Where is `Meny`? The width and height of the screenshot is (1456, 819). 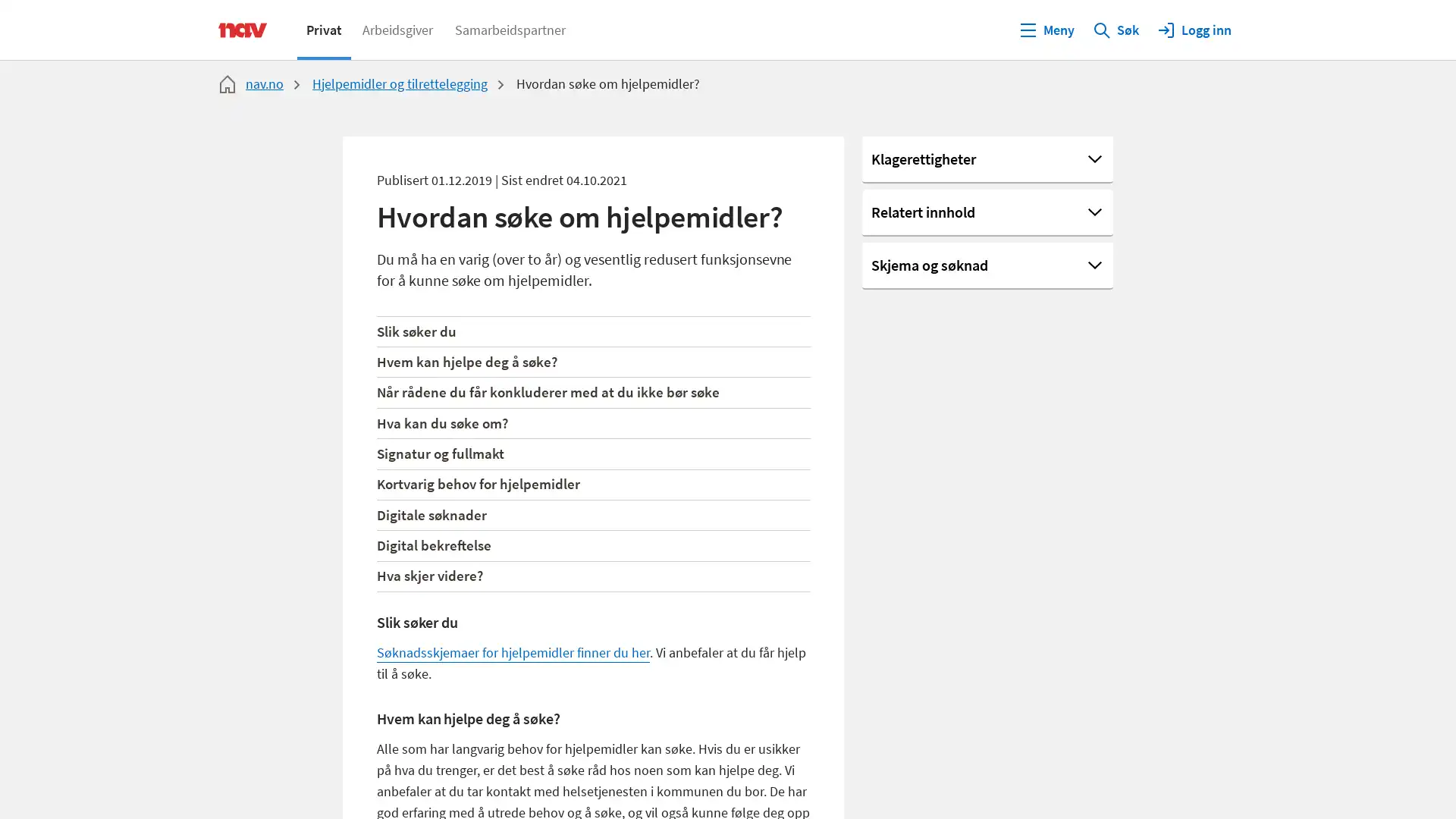
Meny is located at coordinates (1046, 29).